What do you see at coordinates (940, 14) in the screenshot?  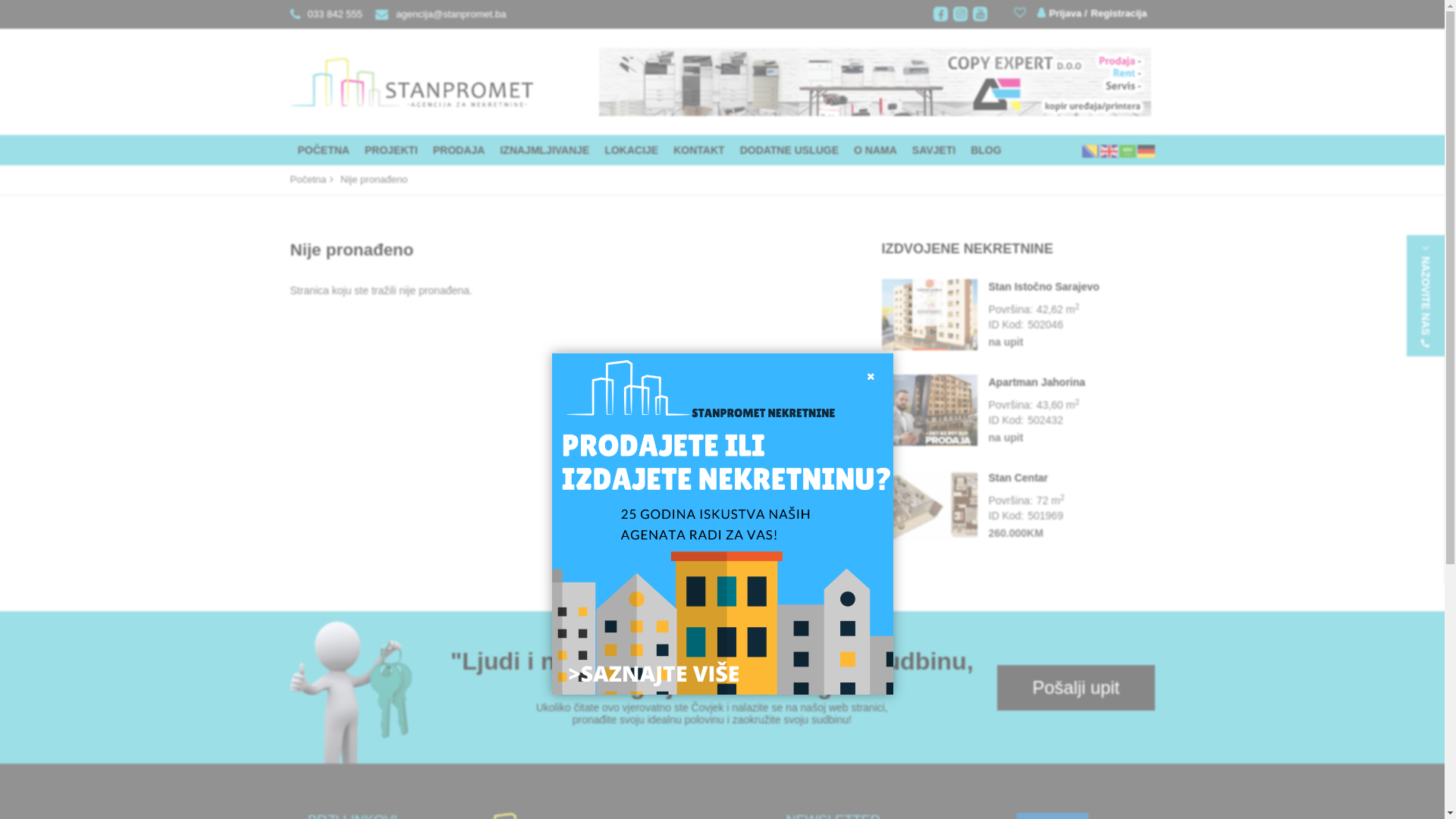 I see `'Facebook'` at bounding box center [940, 14].